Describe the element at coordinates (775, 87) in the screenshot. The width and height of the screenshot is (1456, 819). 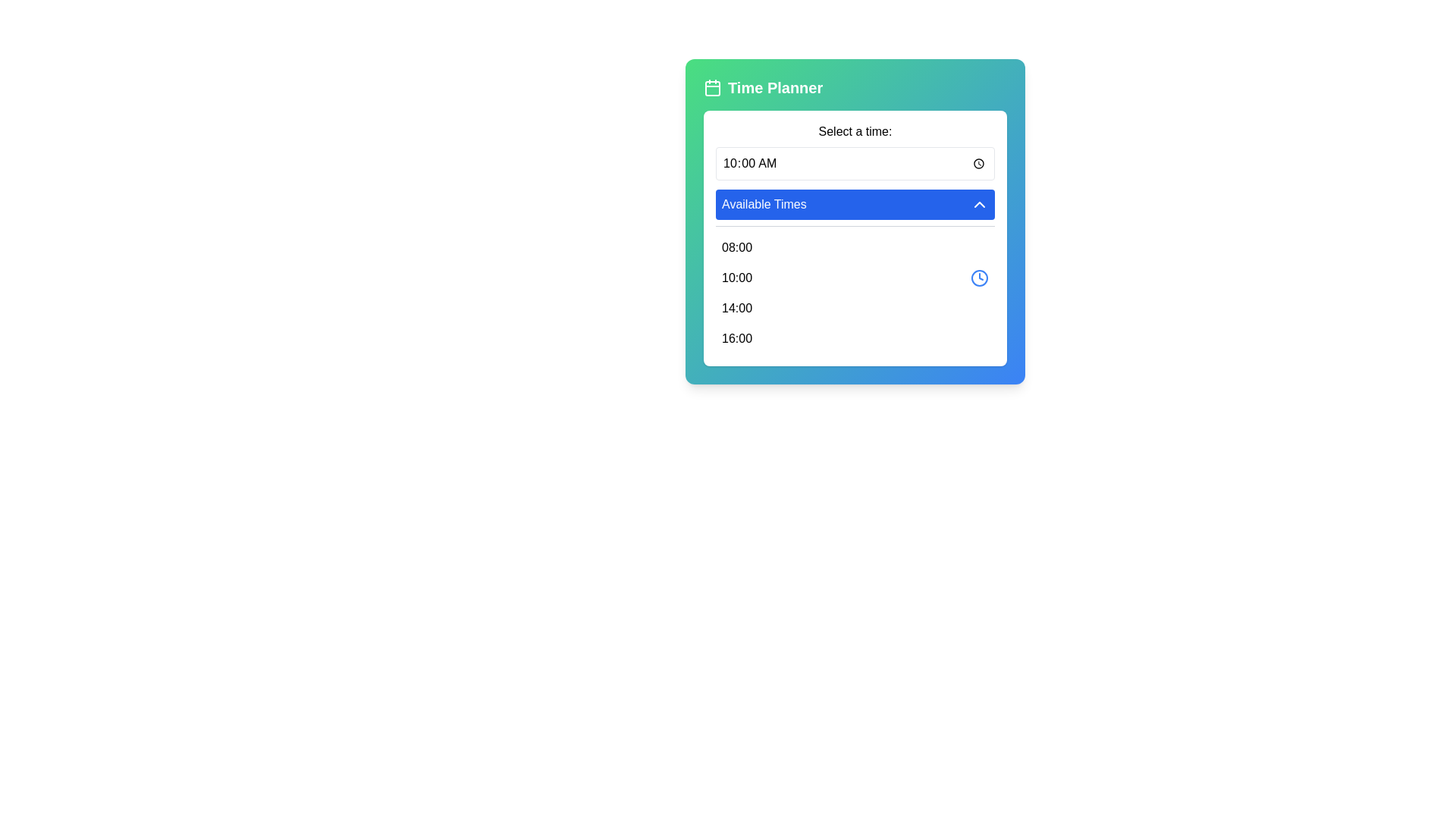
I see `the title label that indicates the current context of the application, positioned to the right of the calendar icon` at that location.